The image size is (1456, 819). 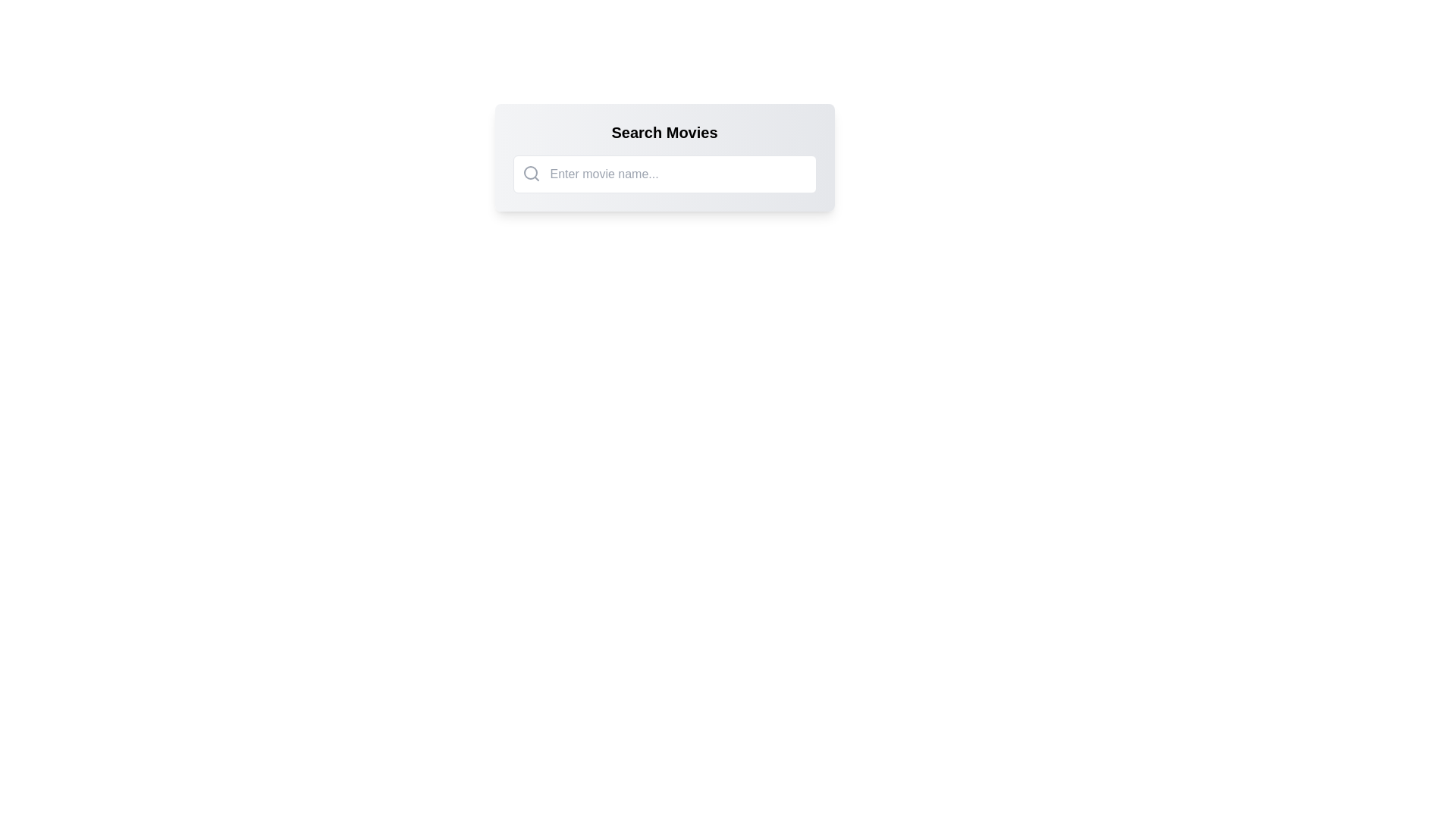 I want to click on inner SVG circle element of the magnifying glass icon located at the left edge of the search input field for debugging purposes, so click(x=530, y=171).